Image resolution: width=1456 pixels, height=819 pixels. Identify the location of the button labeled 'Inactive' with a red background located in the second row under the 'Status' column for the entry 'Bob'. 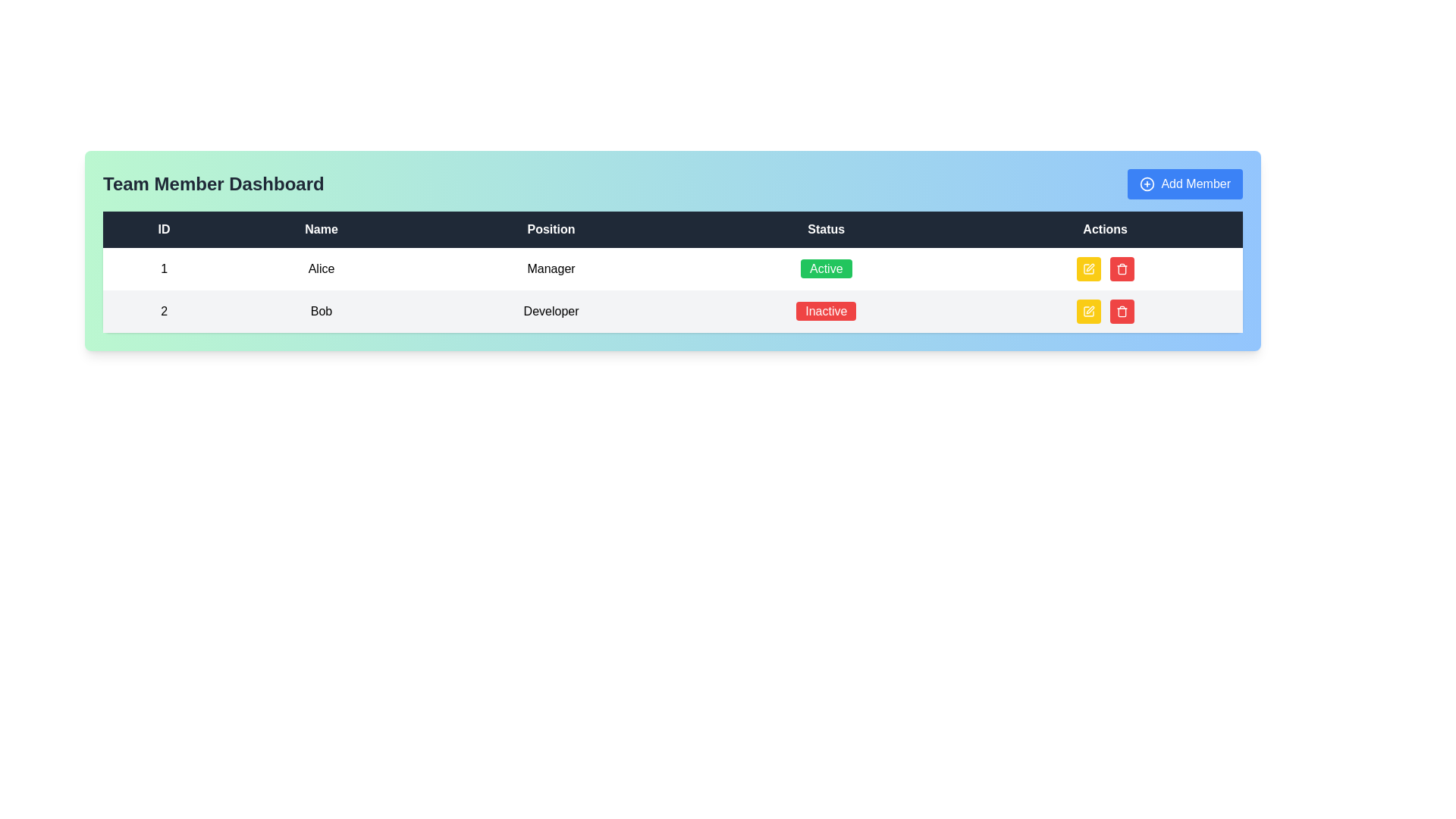
(825, 311).